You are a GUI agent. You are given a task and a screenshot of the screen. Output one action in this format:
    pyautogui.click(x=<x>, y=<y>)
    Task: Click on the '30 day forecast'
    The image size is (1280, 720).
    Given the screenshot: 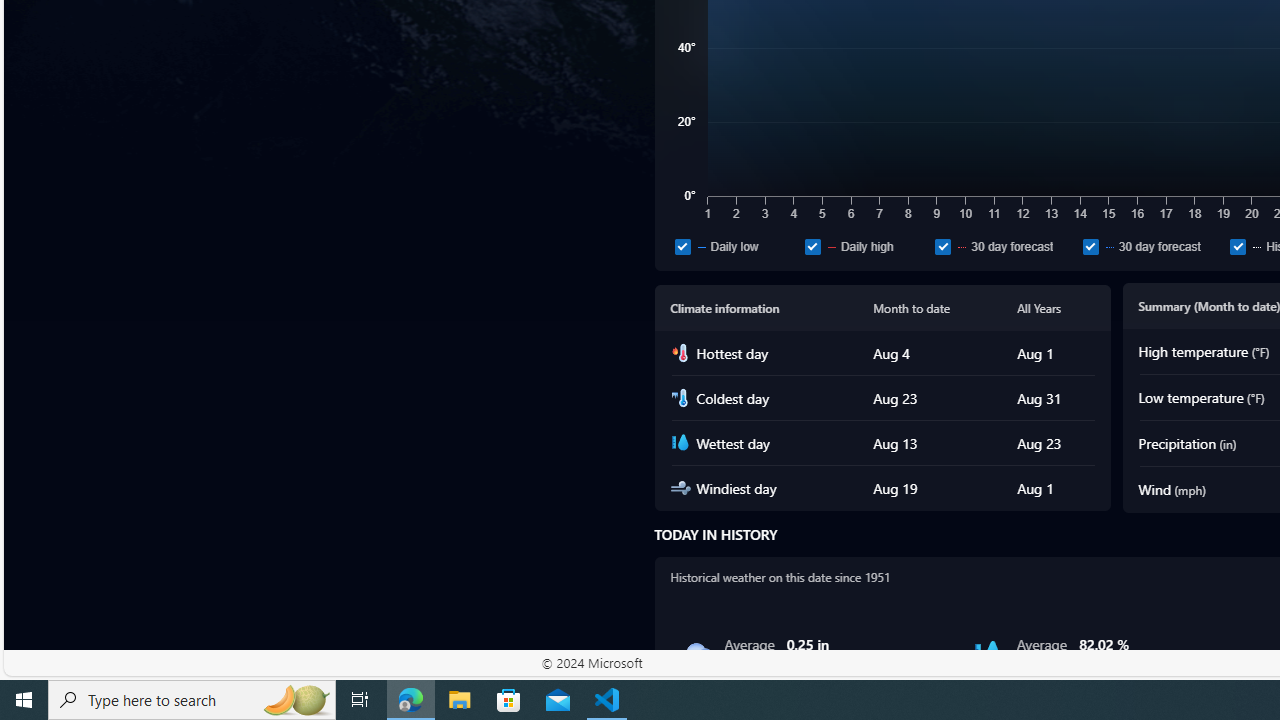 What is the action you would take?
    pyautogui.click(x=1152, y=245)
    